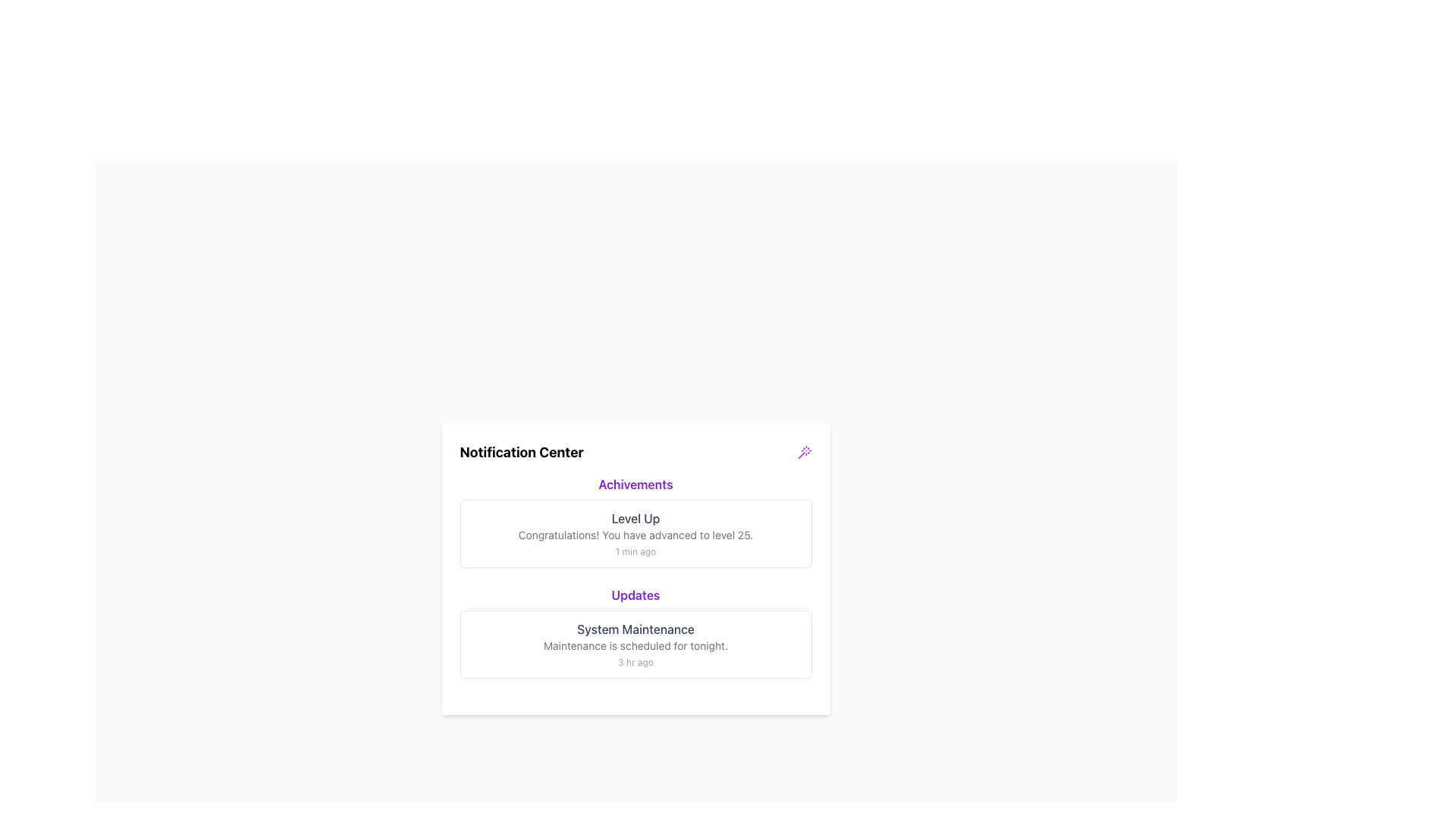 This screenshot has width=1456, height=819. Describe the element at coordinates (522, 452) in the screenshot. I see `the title text element in the notification center, which is positioned at the top-left area and serves as the heading for the section` at that location.